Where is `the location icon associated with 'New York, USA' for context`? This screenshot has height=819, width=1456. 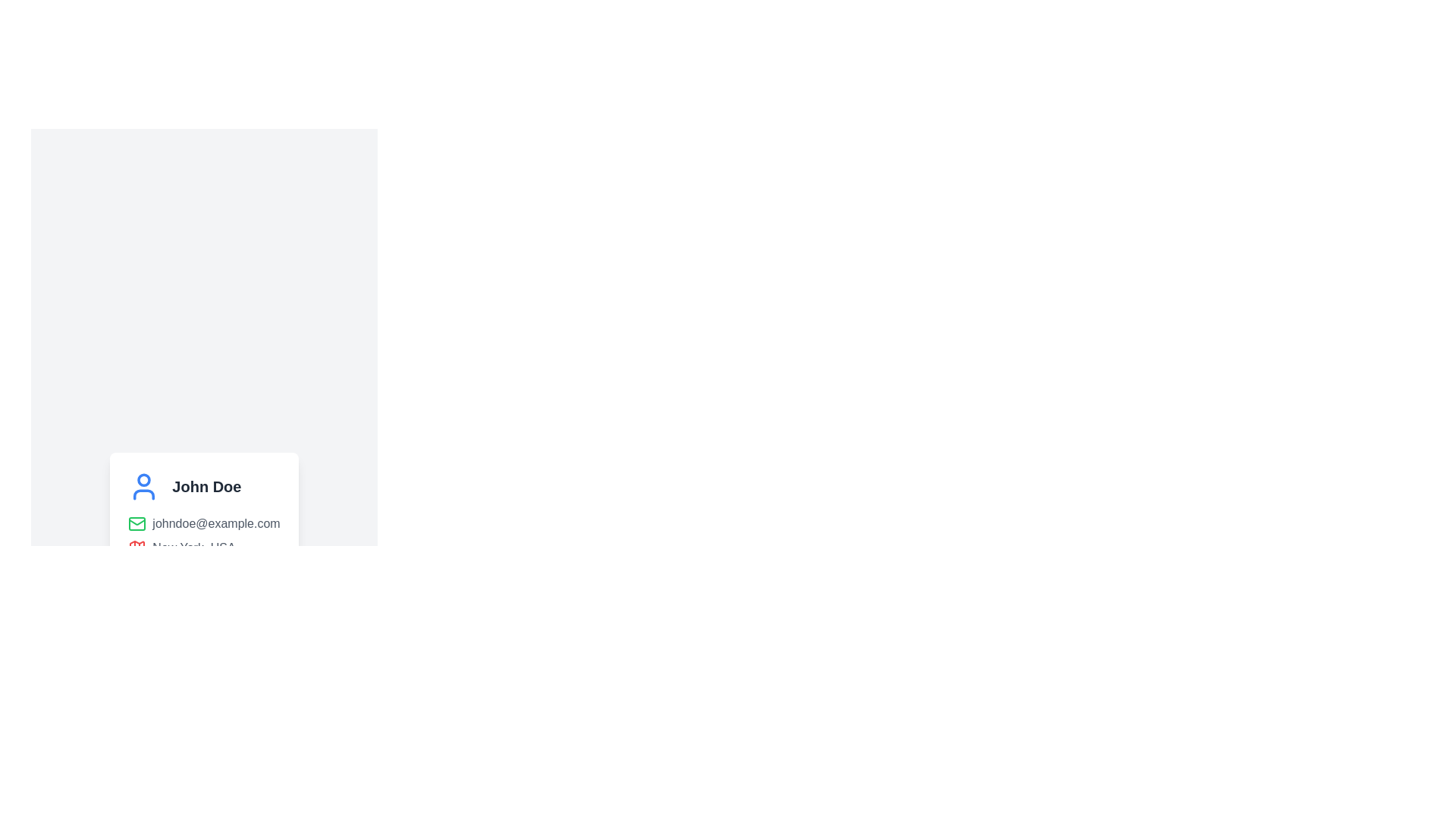
the location icon associated with 'New York, USA' for context is located at coordinates (137, 548).